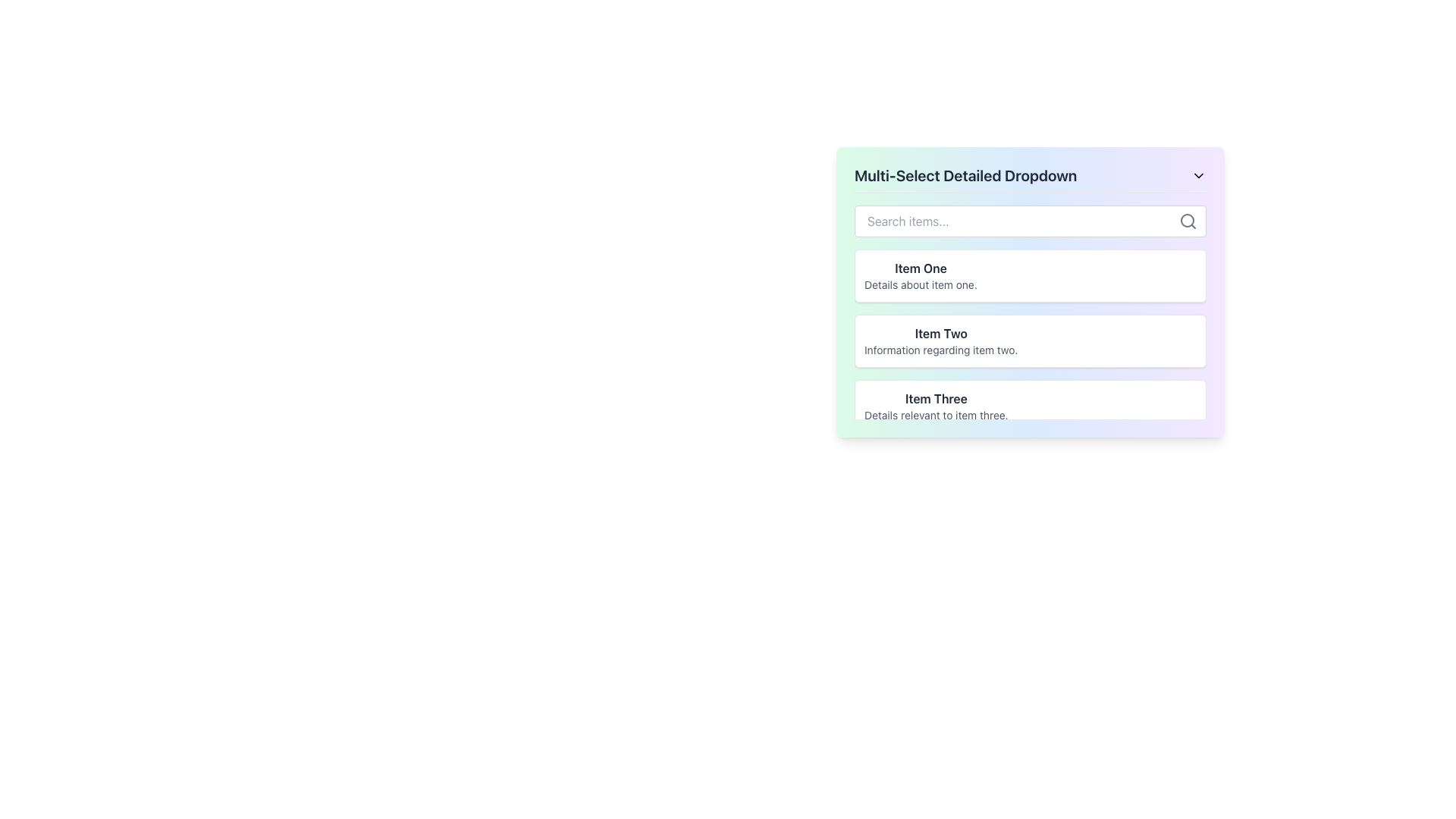 The image size is (1456, 819). Describe the element at coordinates (1197, 174) in the screenshot. I see `the toggle button for the dropdown menu located at the right-hand end of the 'Multi-Select Detailed Dropdown' header` at that location.